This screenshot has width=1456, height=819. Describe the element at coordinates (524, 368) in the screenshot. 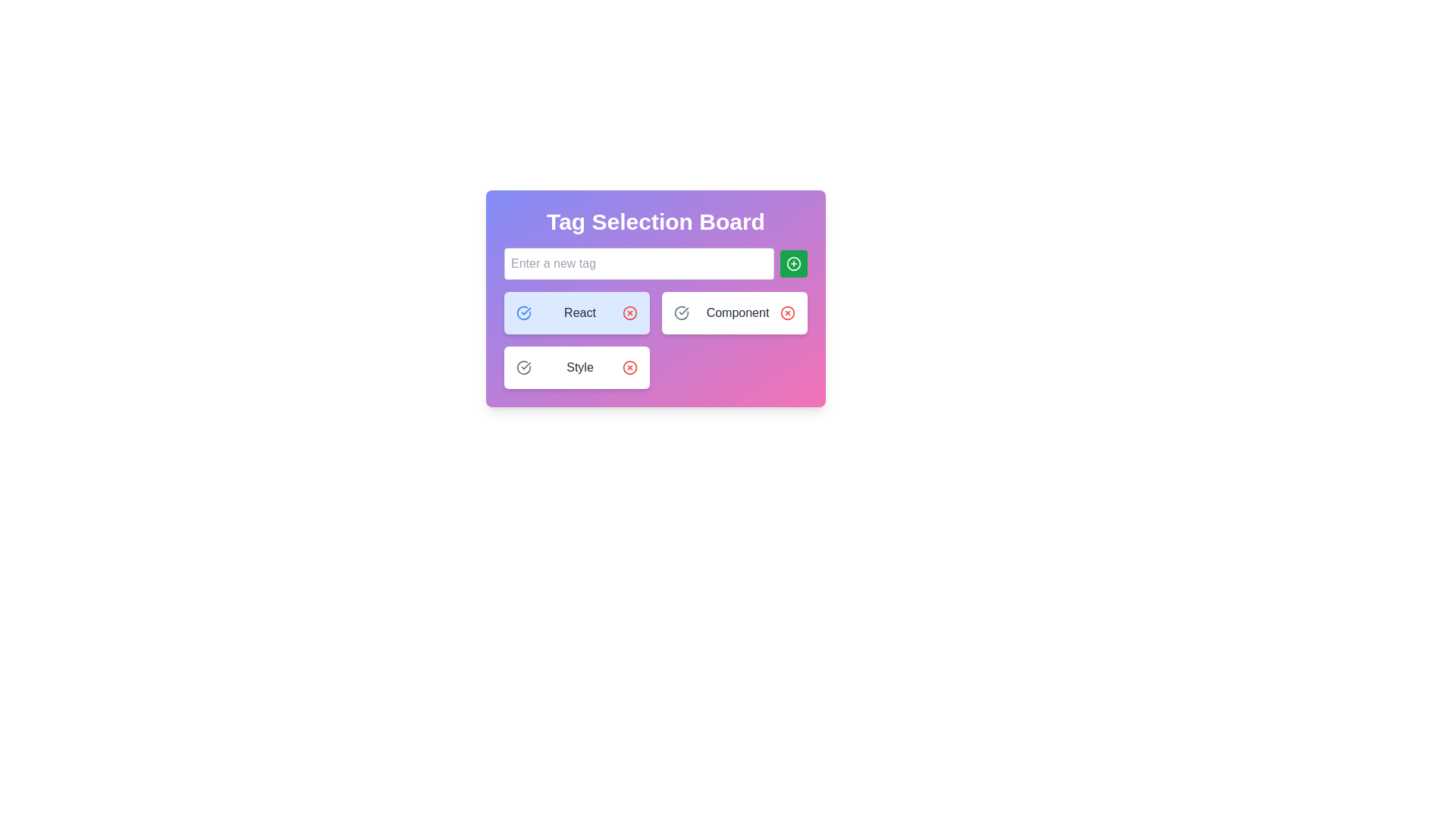

I see `the circular checkmark icon with a gray outline located at the top-left corner of the 'Style' button` at that location.